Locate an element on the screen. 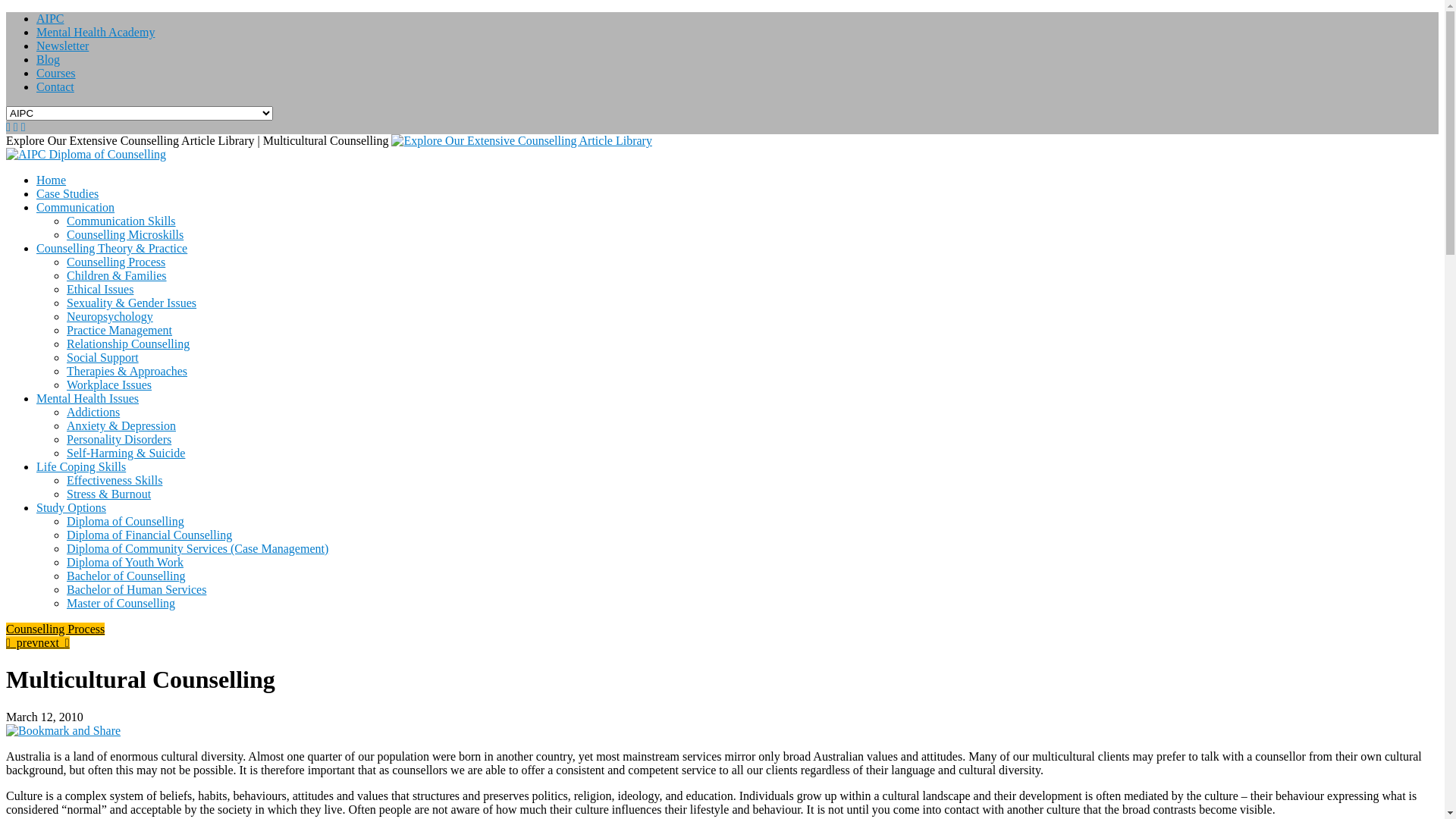 Image resolution: width=1456 pixels, height=819 pixels. 'Contact' is located at coordinates (36, 86).